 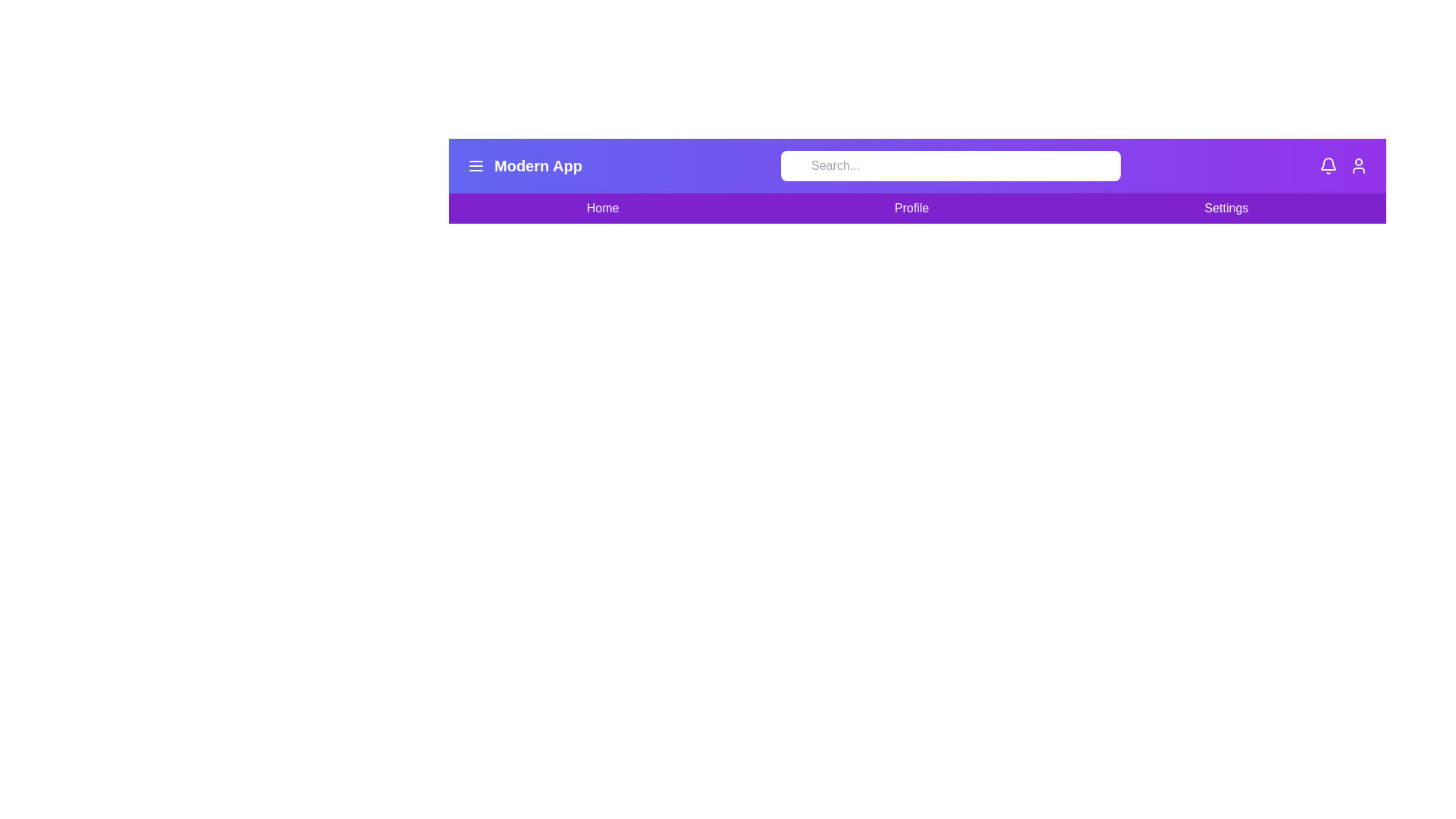 I want to click on the user icon located at the top-right corner of the EnhancedAppBar, so click(x=1358, y=166).